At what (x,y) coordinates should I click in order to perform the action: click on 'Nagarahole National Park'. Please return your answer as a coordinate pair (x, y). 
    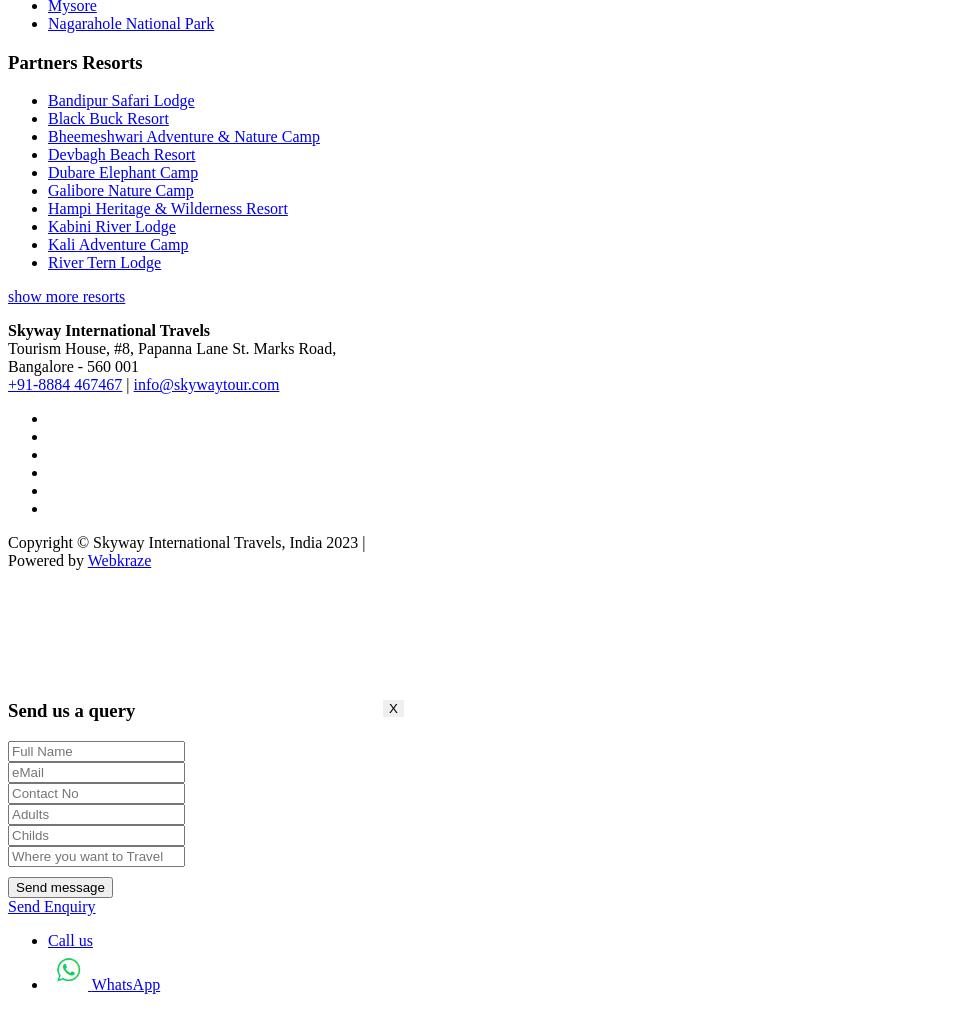
    Looking at the image, I should click on (129, 21).